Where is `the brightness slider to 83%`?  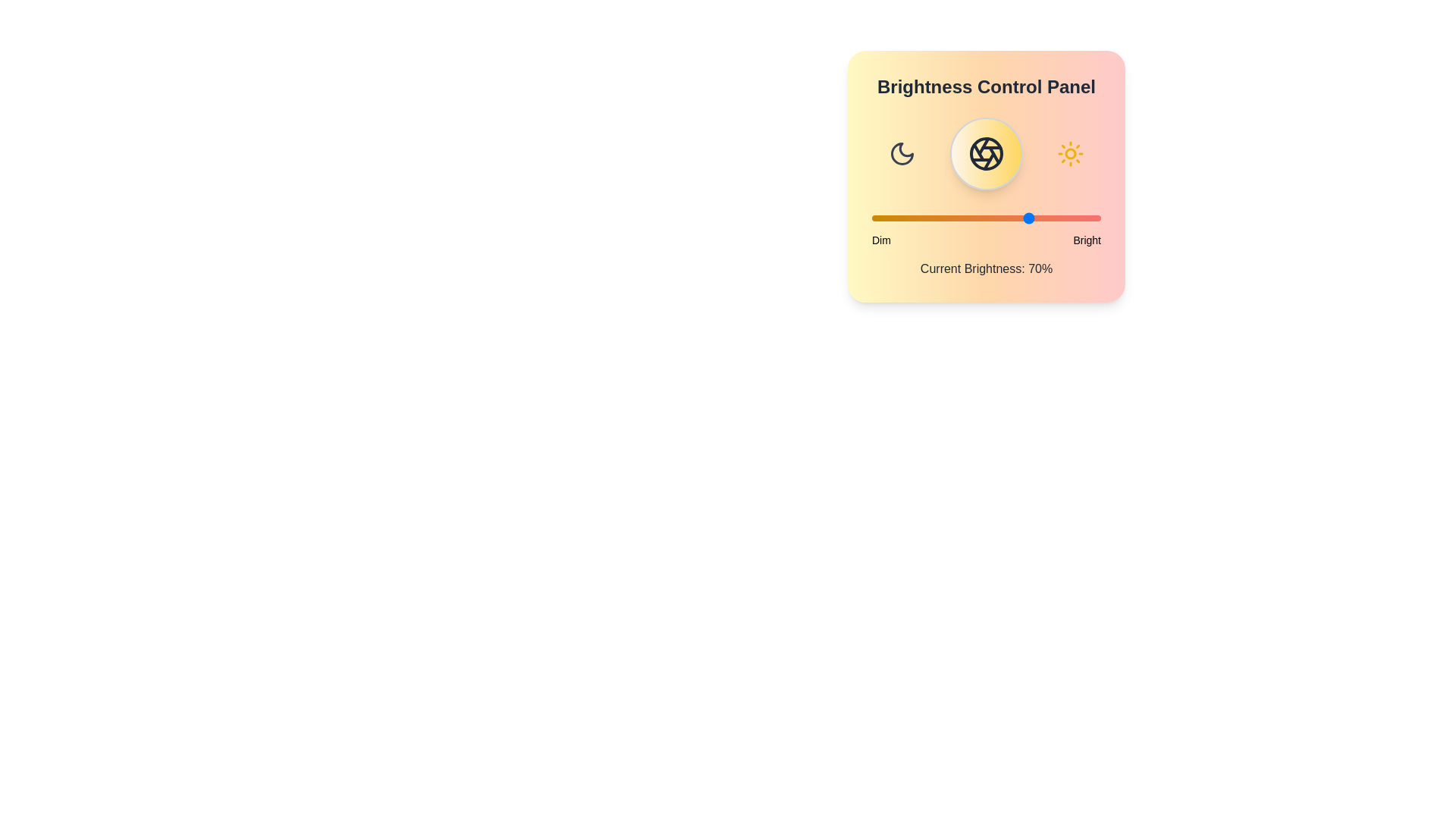
the brightness slider to 83% is located at coordinates (1061, 218).